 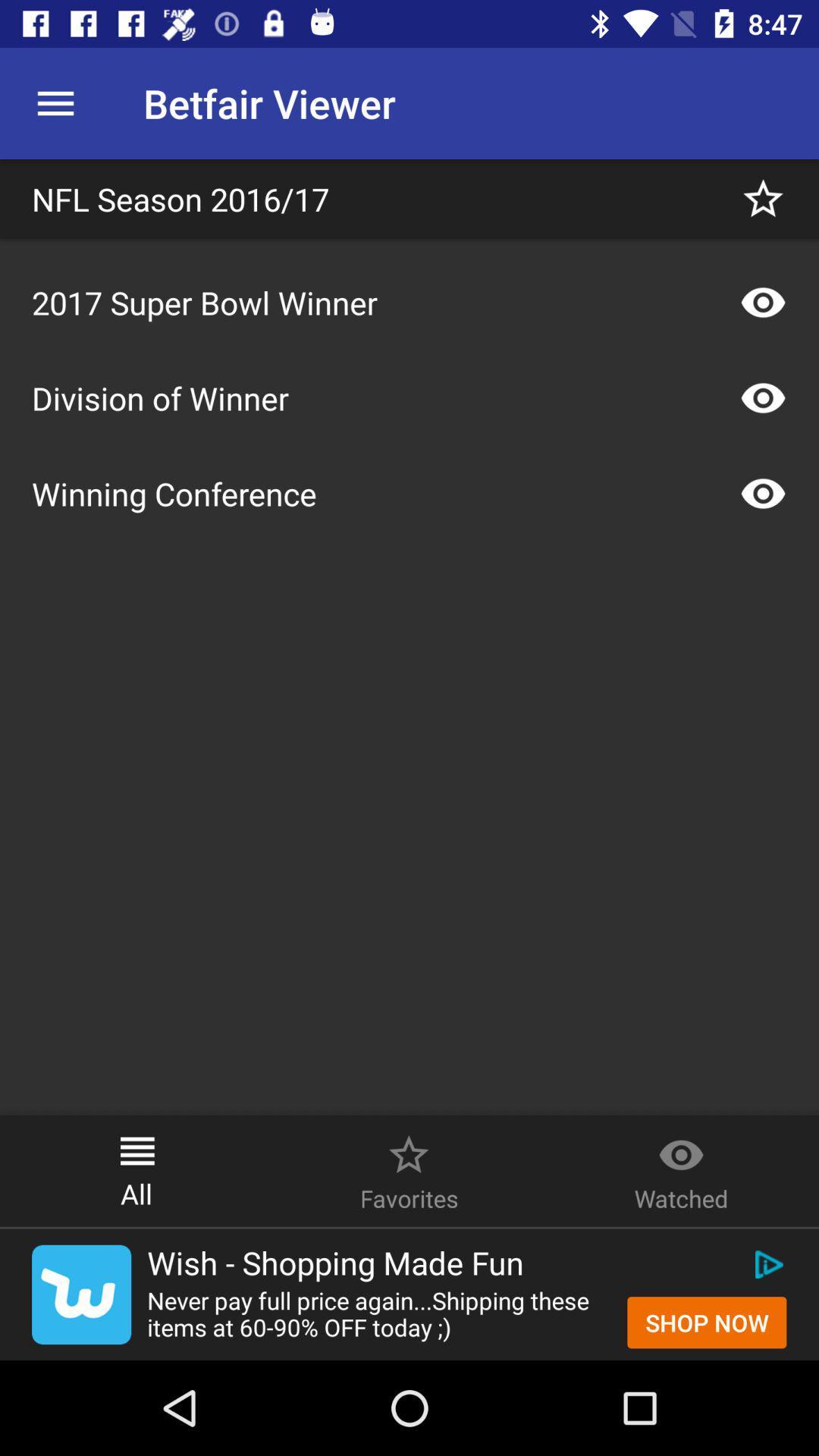 I want to click on view, so click(x=763, y=397).